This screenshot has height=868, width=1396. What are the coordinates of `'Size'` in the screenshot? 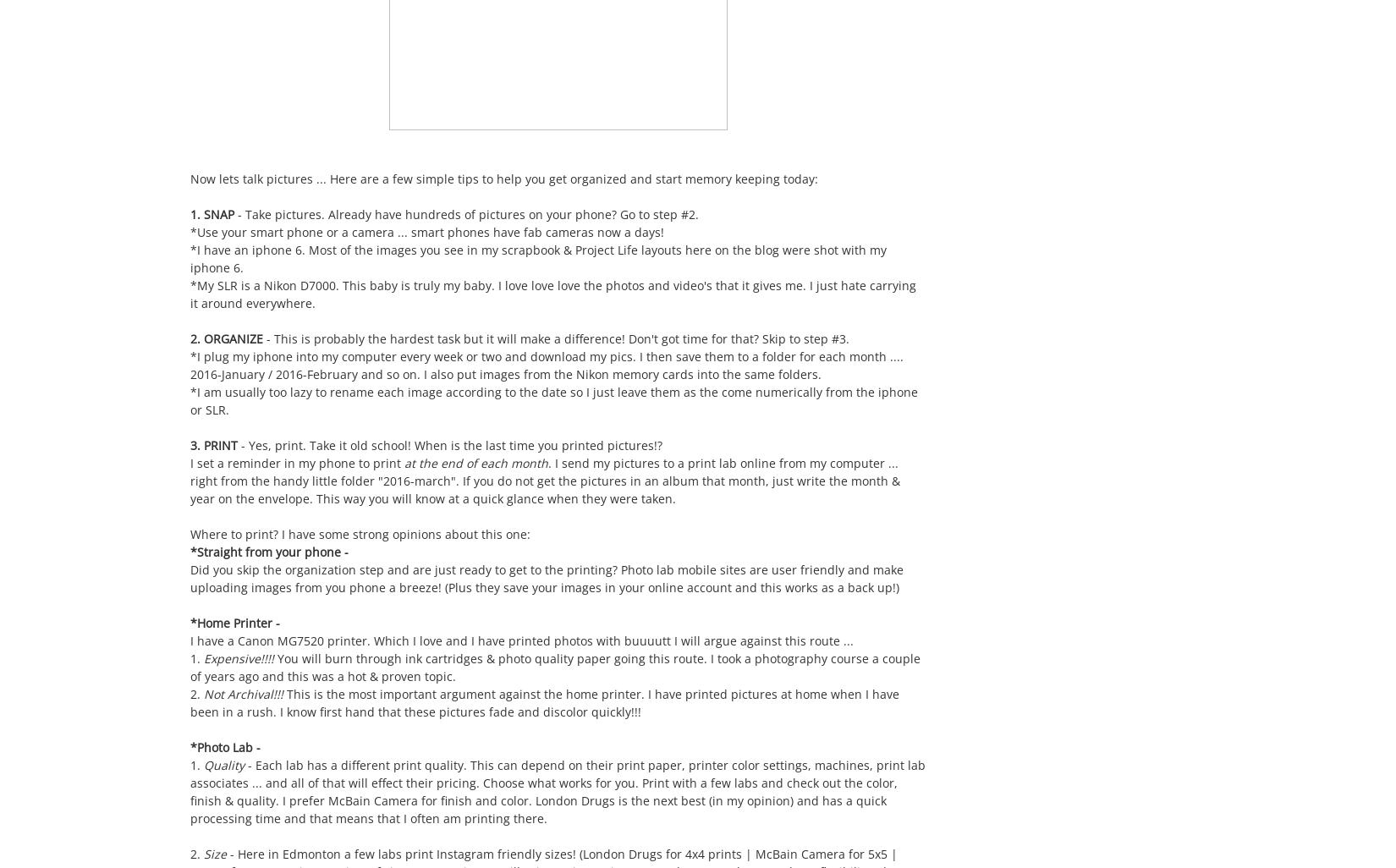 It's located at (217, 853).